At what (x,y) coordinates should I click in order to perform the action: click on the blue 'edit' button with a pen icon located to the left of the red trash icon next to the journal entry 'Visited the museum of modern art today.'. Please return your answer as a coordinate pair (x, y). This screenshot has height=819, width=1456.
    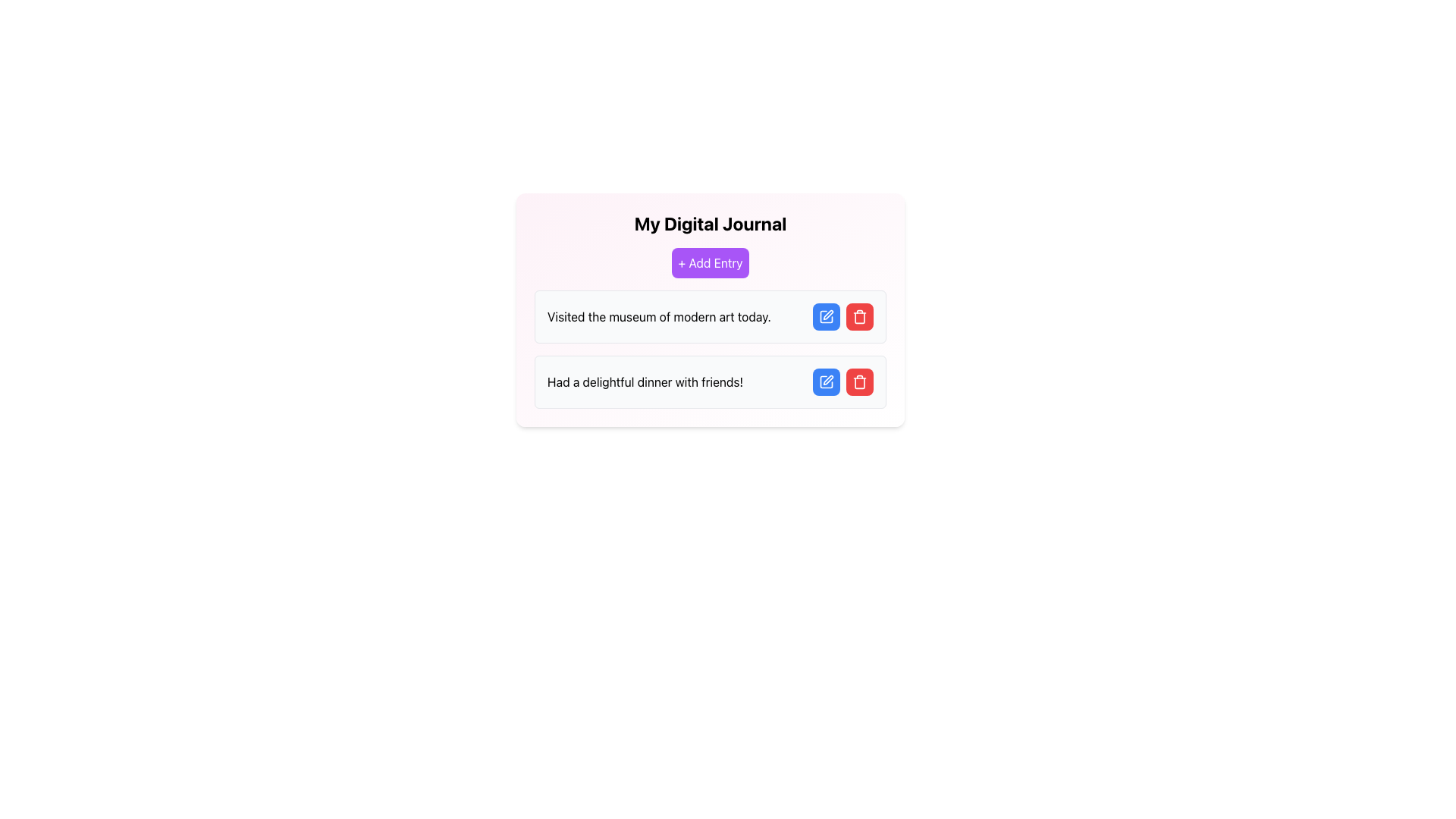
    Looking at the image, I should click on (825, 315).